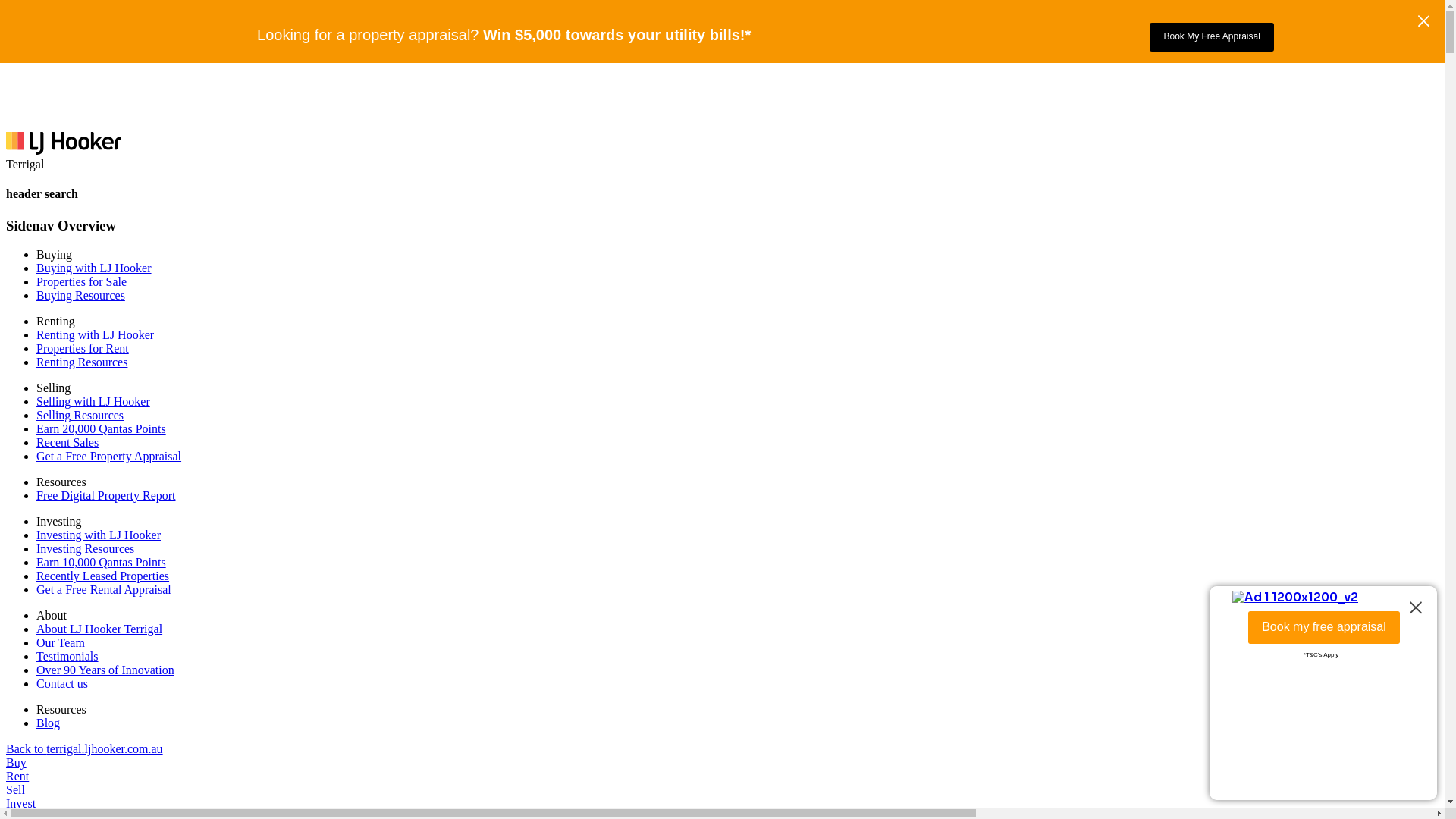 This screenshot has width=1456, height=819. Describe the element at coordinates (82, 348) in the screenshot. I see `'Properties for Rent'` at that location.